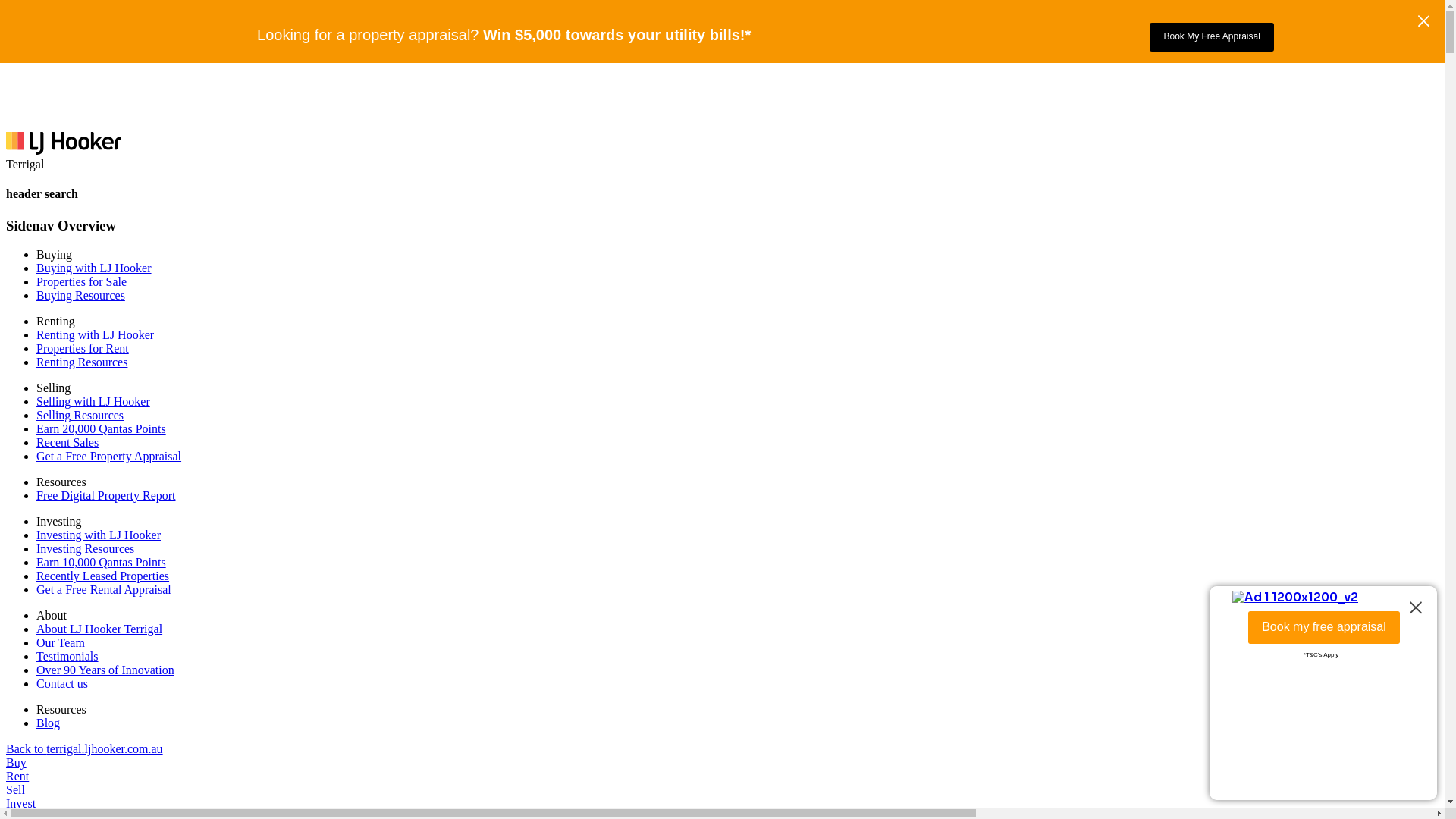 This screenshot has width=1456, height=819. Describe the element at coordinates (82, 348) in the screenshot. I see `'Properties for Rent'` at that location.